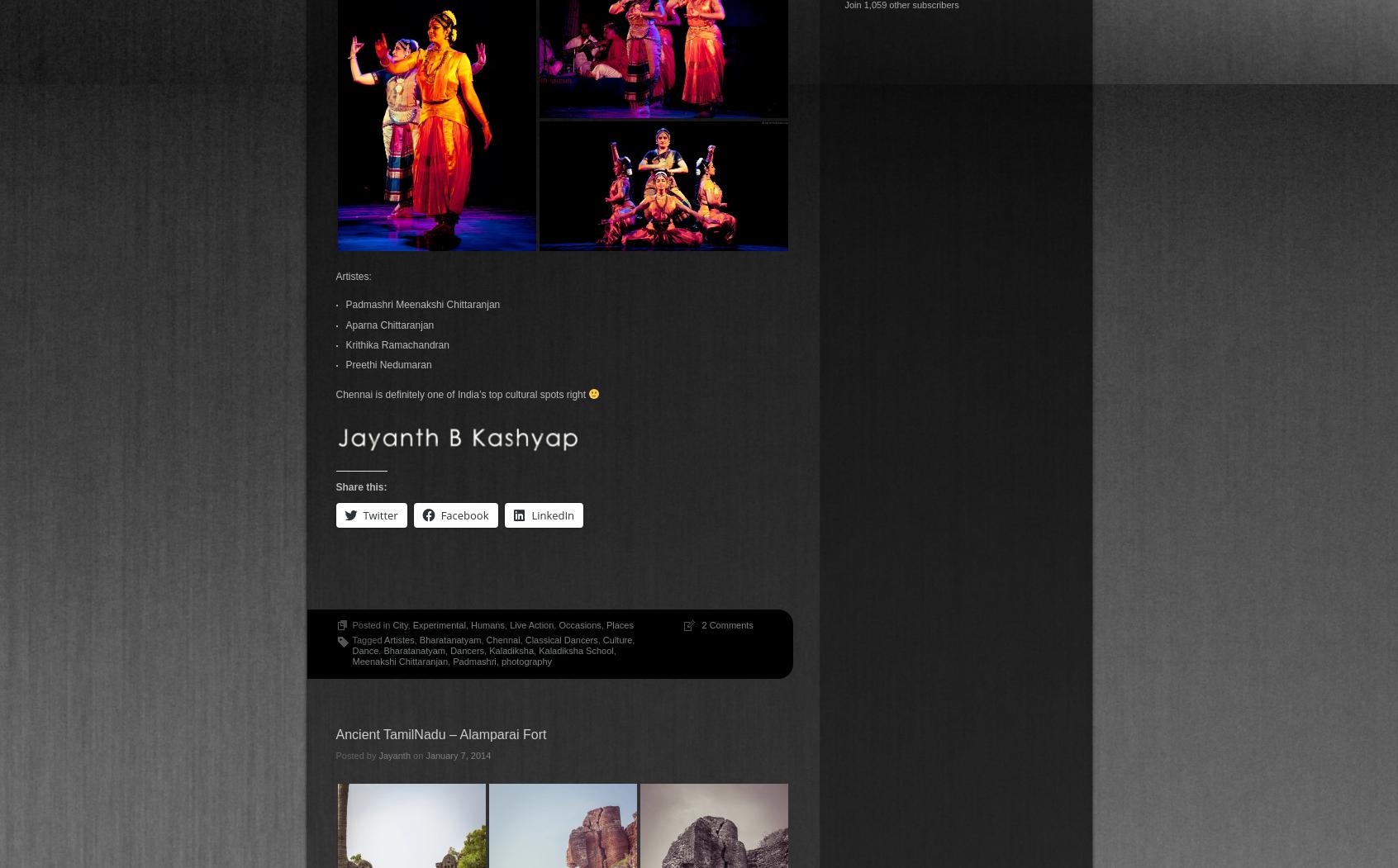 The image size is (1398, 868). Describe the element at coordinates (335, 756) in the screenshot. I see `'Posted by'` at that location.